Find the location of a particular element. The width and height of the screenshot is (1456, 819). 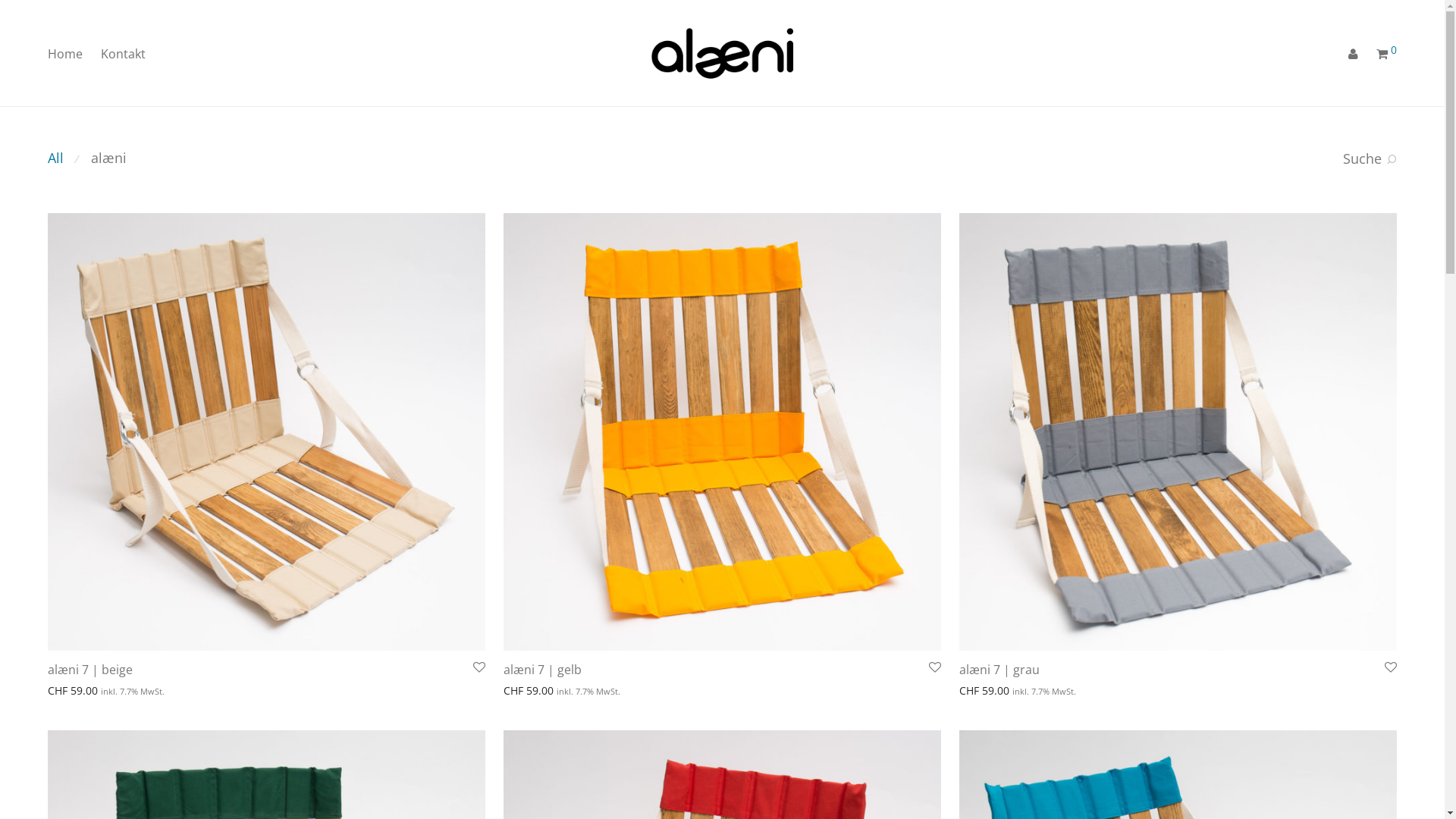

'0' is located at coordinates (1386, 53).